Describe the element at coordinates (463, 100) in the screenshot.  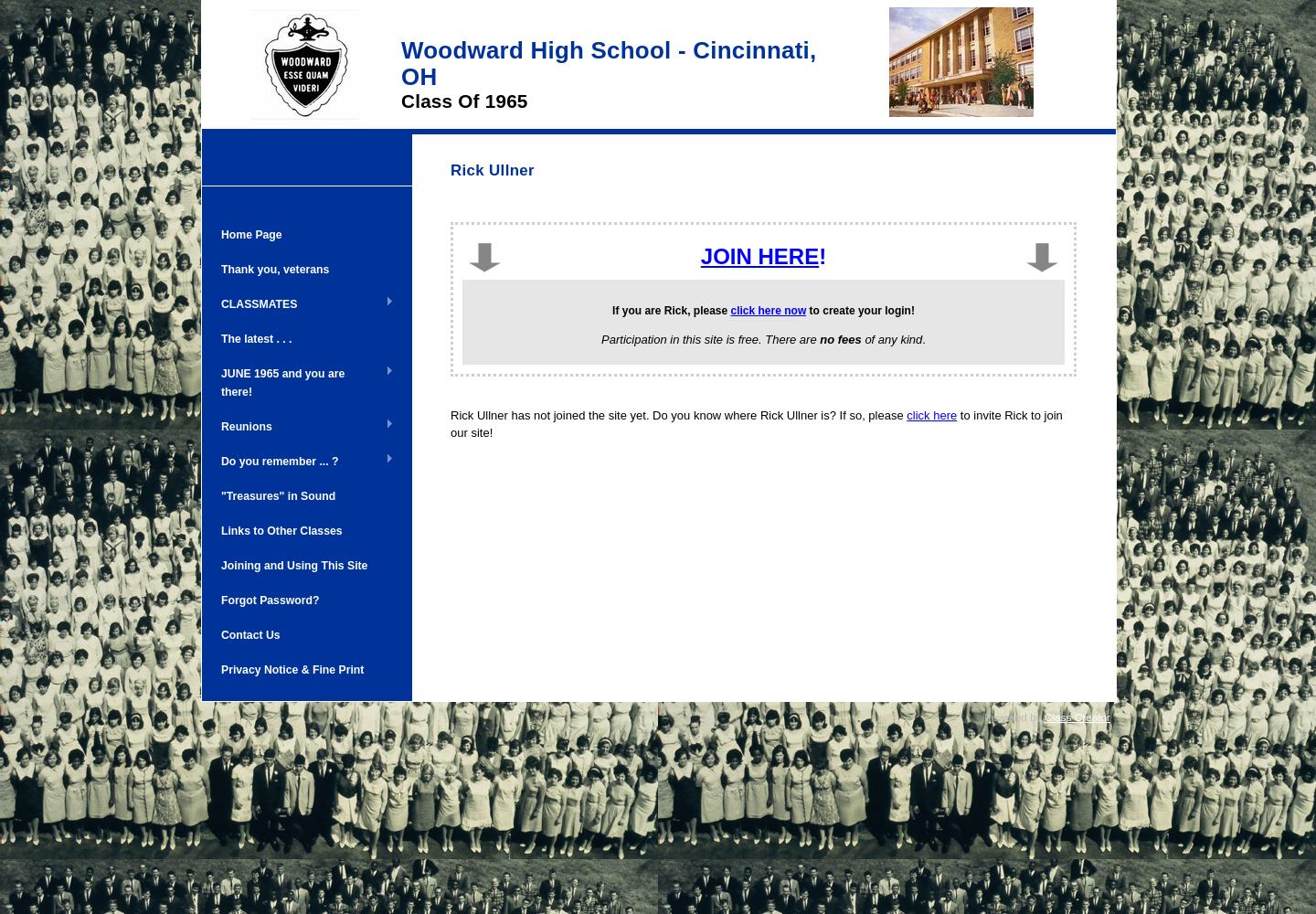
I see `'Class Of 1965'` at that location.